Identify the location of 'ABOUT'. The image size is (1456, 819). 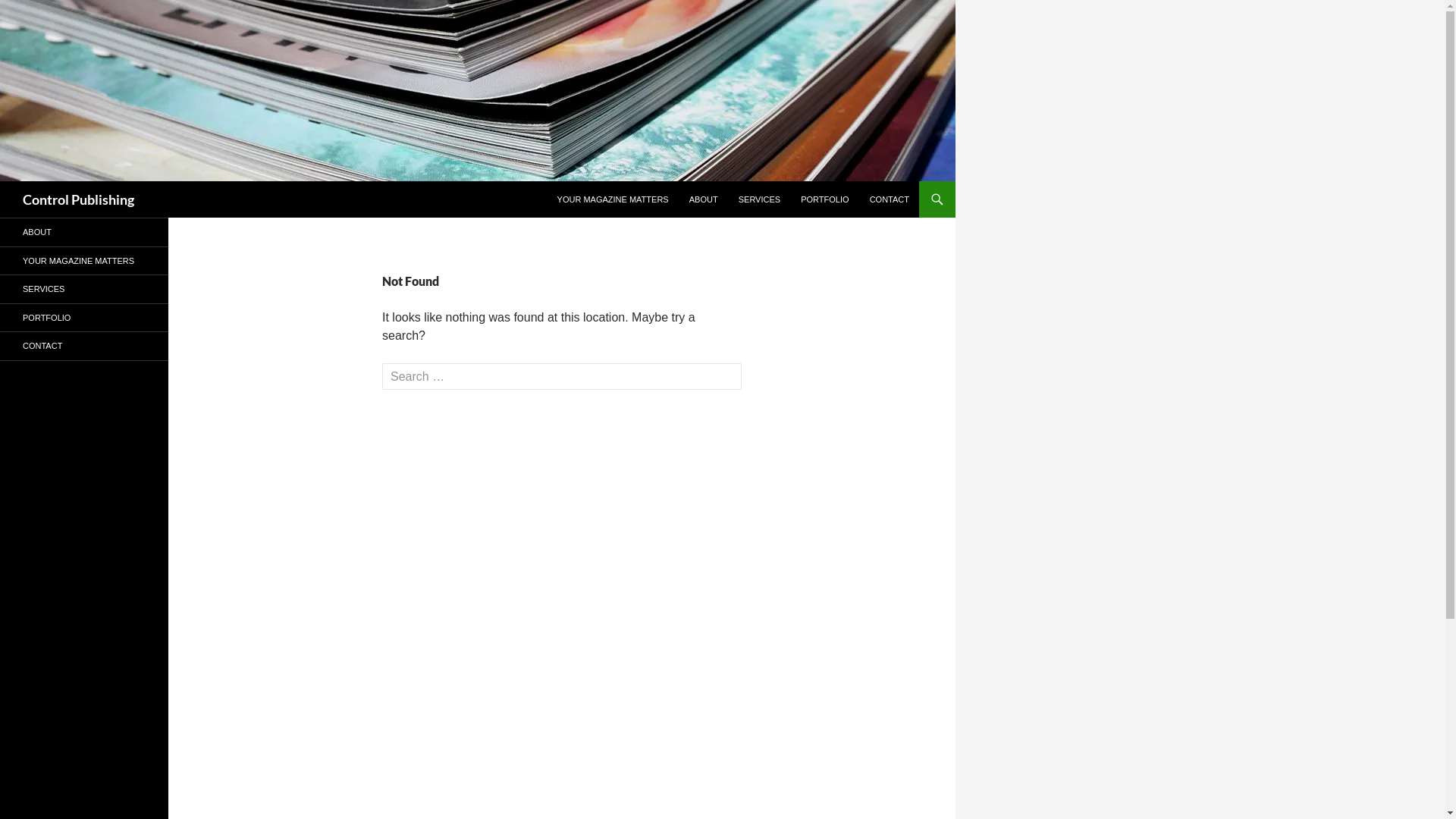
(679, 198).